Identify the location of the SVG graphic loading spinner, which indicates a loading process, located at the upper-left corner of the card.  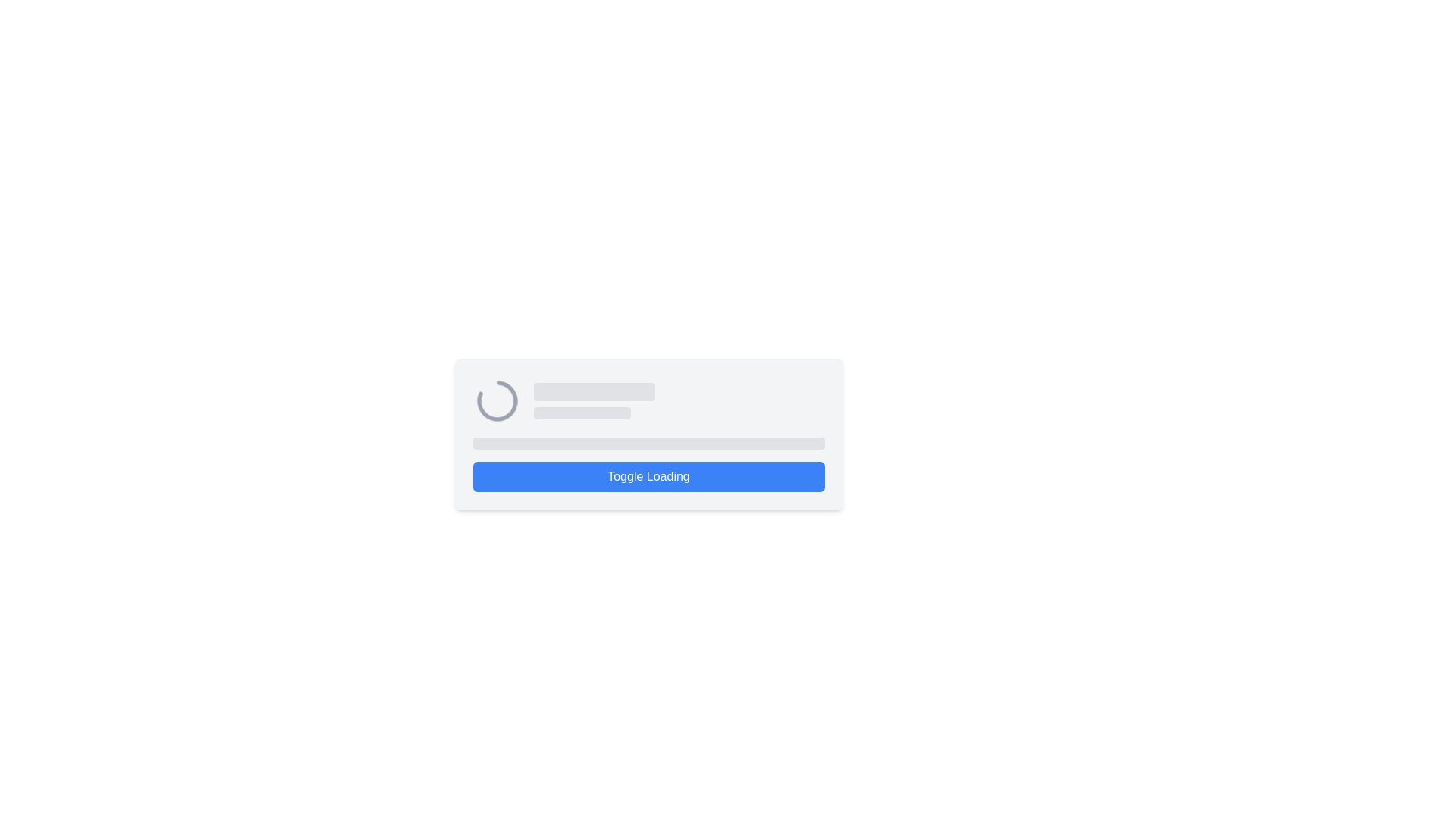
(497, 400).